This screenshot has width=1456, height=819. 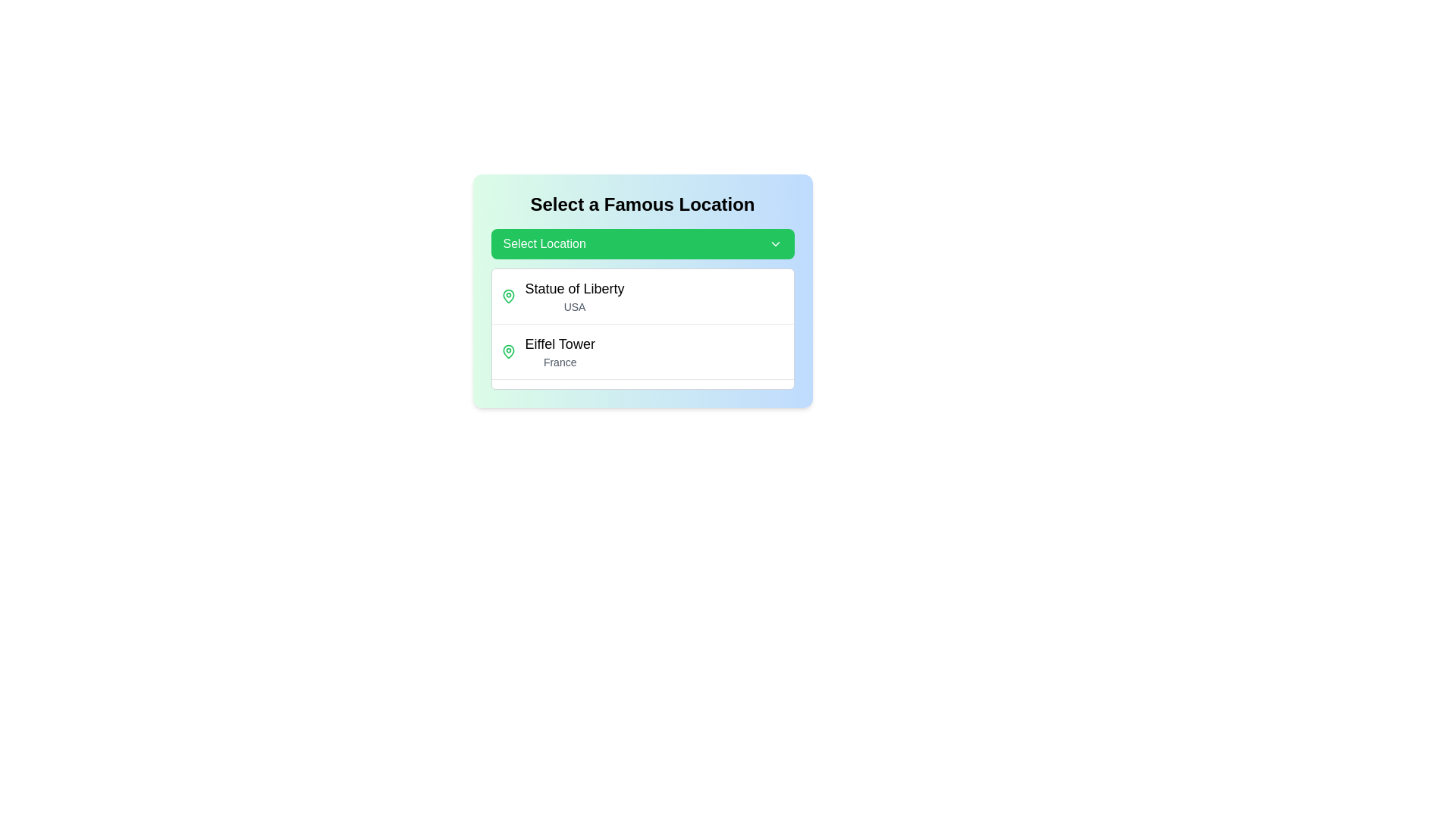 What do you see at coordinates (642, 328) in the screenshot?
I see `the Dropdown menu list for selecting famous landmarks, which is centered beneath the 'Select Location' button` at bounding box center [642, 328].